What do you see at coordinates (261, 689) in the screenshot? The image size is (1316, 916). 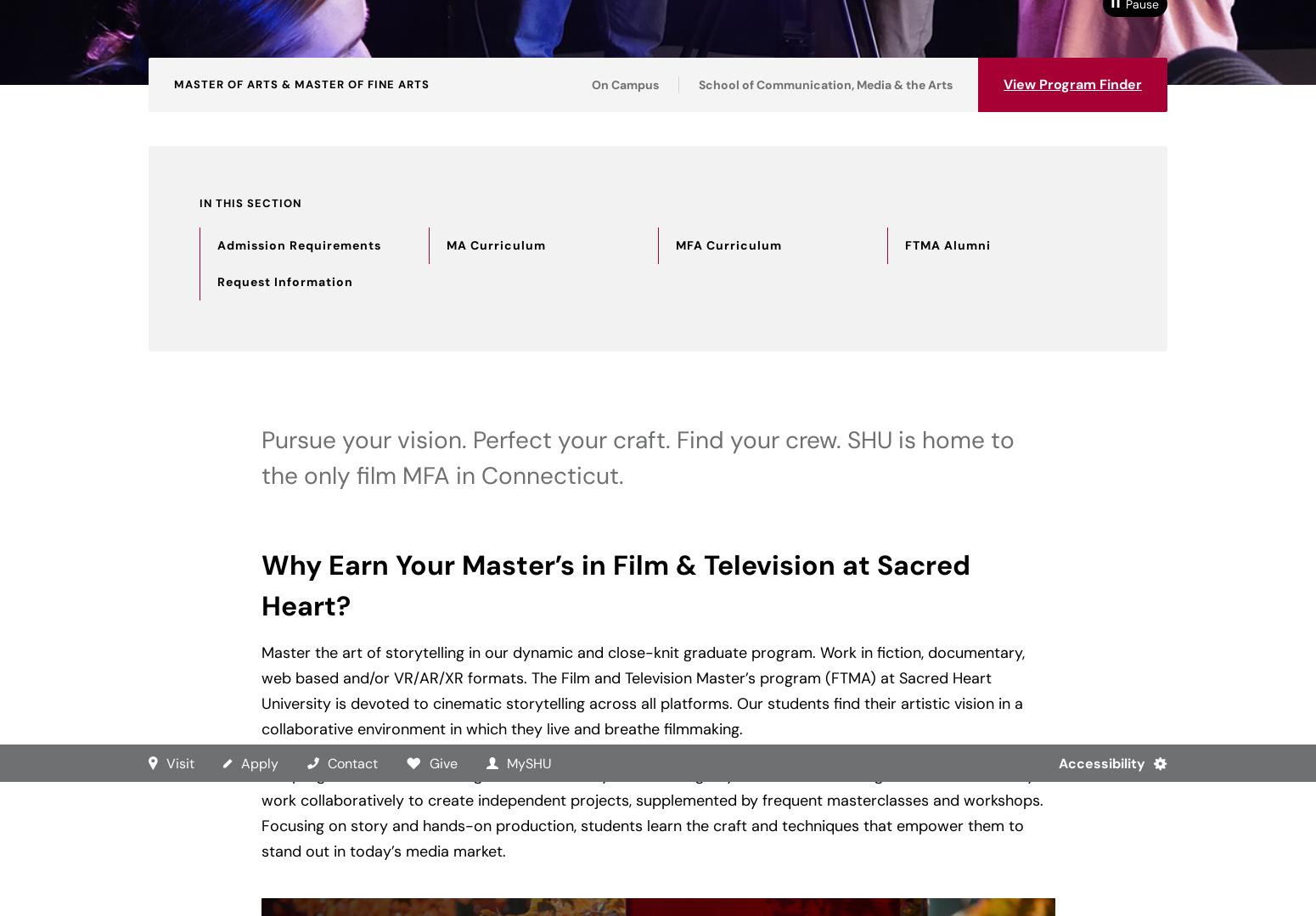 I see `'Master the art of storytelling in our dynamic and close-knit graduate program. Work in fiction, documentary, web based and/or VR/AR/XR formats. The Film and Television Master’s program (FTMA) at Sacred Heart University is devoted to cinematic storytelling across all platforms. Our students find their artistic vision in a collaborative environment in which they live and breathe filmmaking.'` at bounding box center [261, 689].